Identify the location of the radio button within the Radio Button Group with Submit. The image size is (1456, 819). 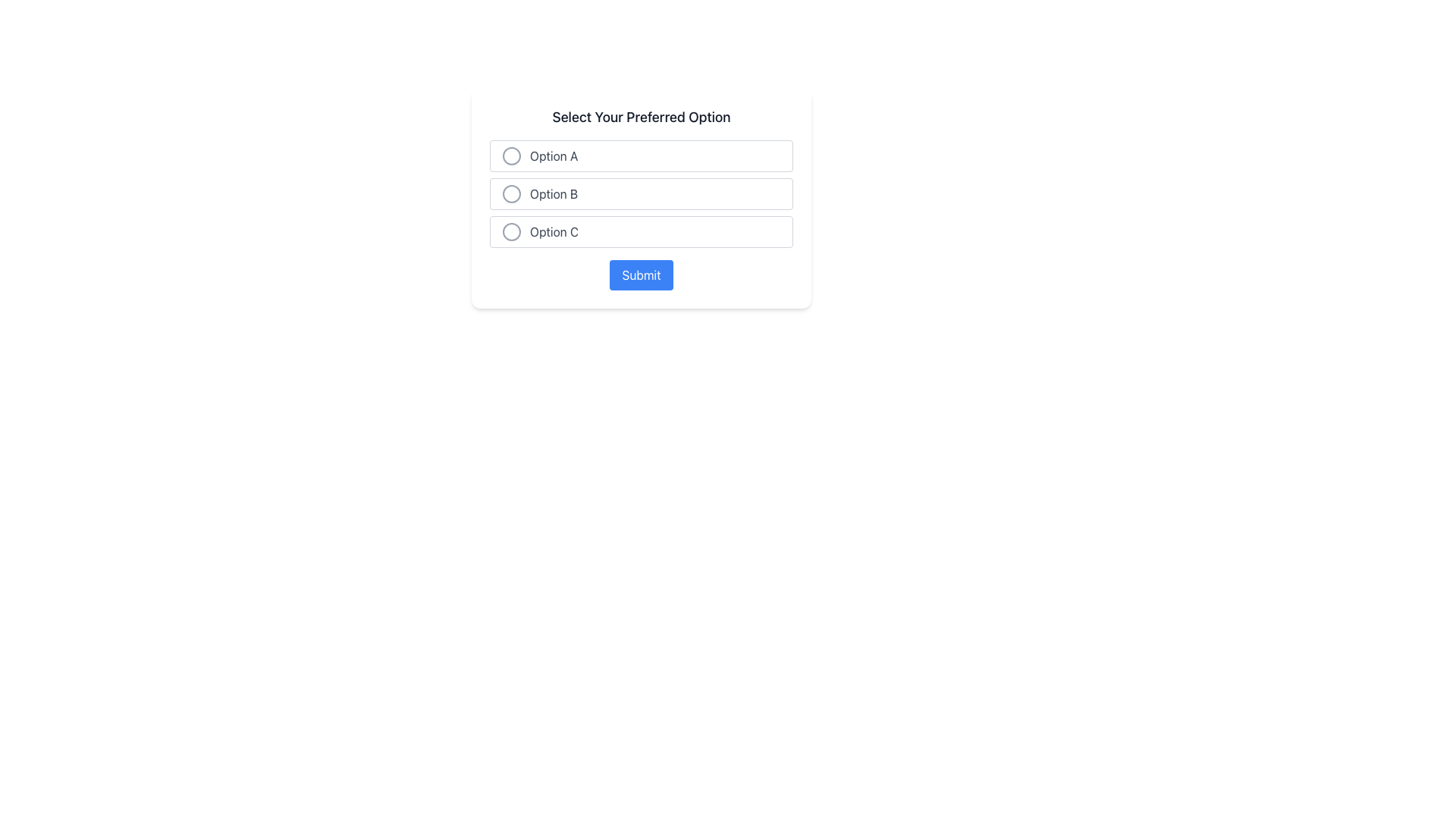
(641, 198).